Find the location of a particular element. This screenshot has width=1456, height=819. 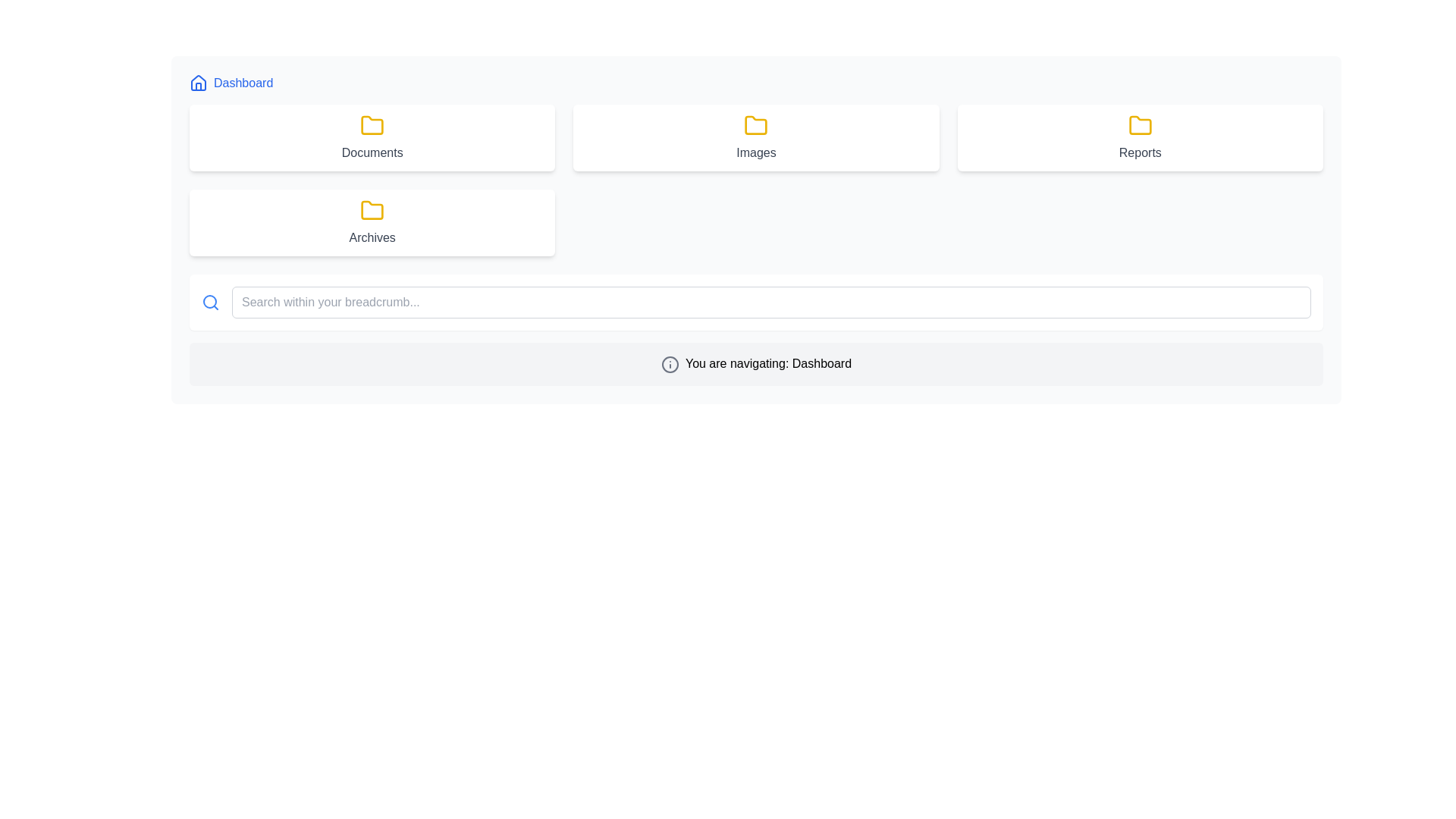

the home button icon located in the top-left corner preceding the label 'Dashboard' is located at coordinates (198, 83).